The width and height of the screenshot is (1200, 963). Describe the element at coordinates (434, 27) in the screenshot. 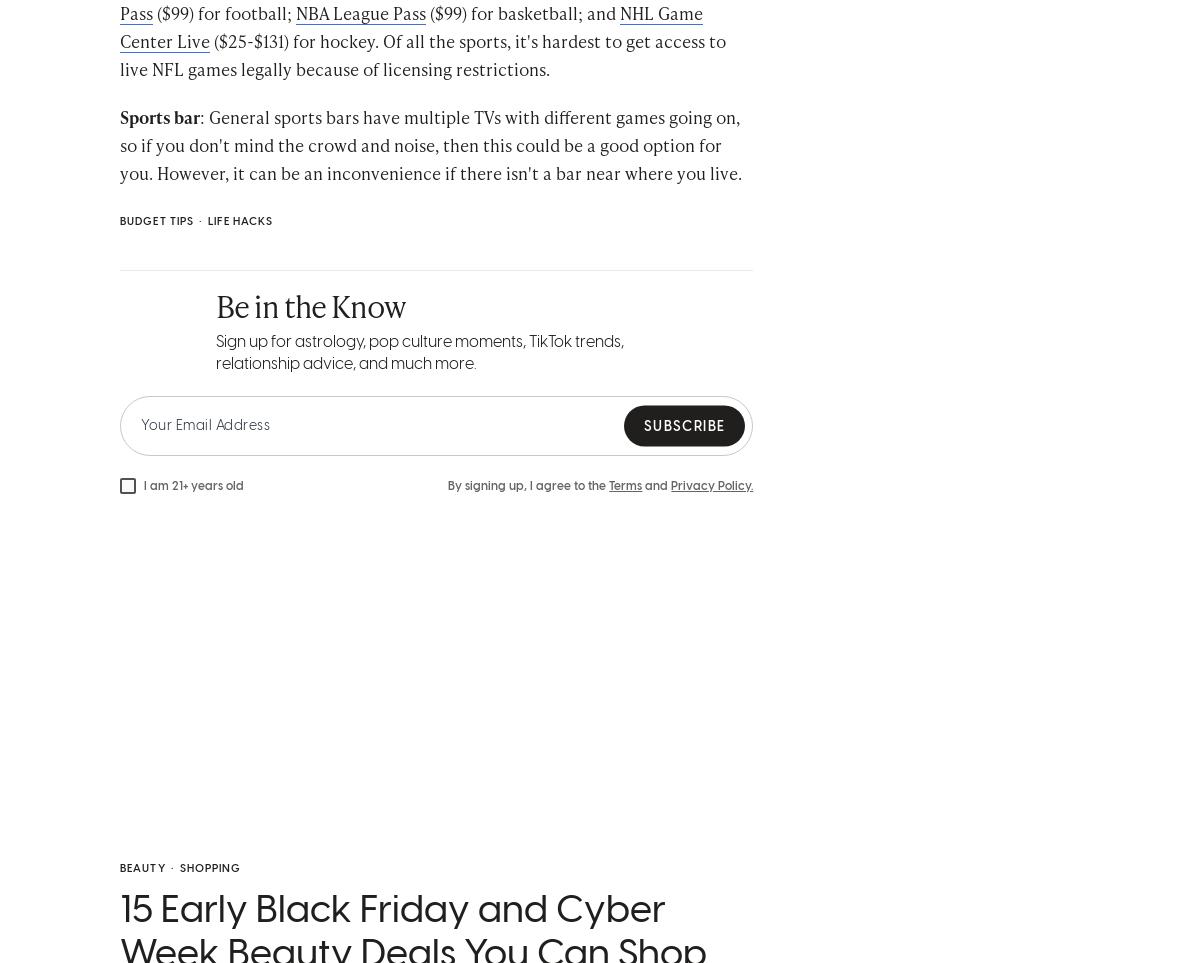

I see `'NFL Game Pass'` at that location.